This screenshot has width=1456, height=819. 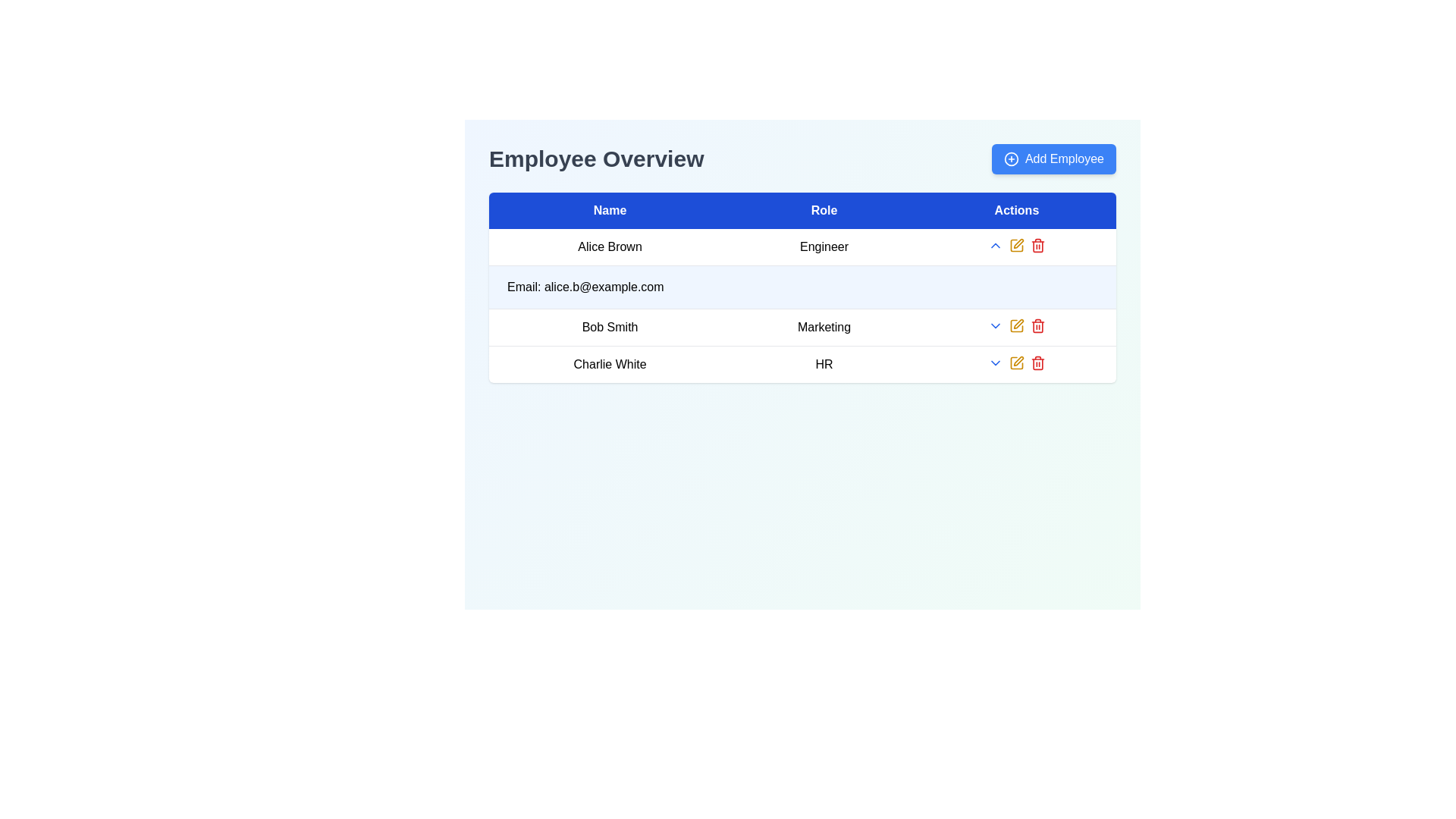 I want to click on the label displaying the job title 'Engineer' located in the second column of the first row under the 'Employee Overview' section, directly to the right of 'Alice Brown', so click(x=802, y=246).